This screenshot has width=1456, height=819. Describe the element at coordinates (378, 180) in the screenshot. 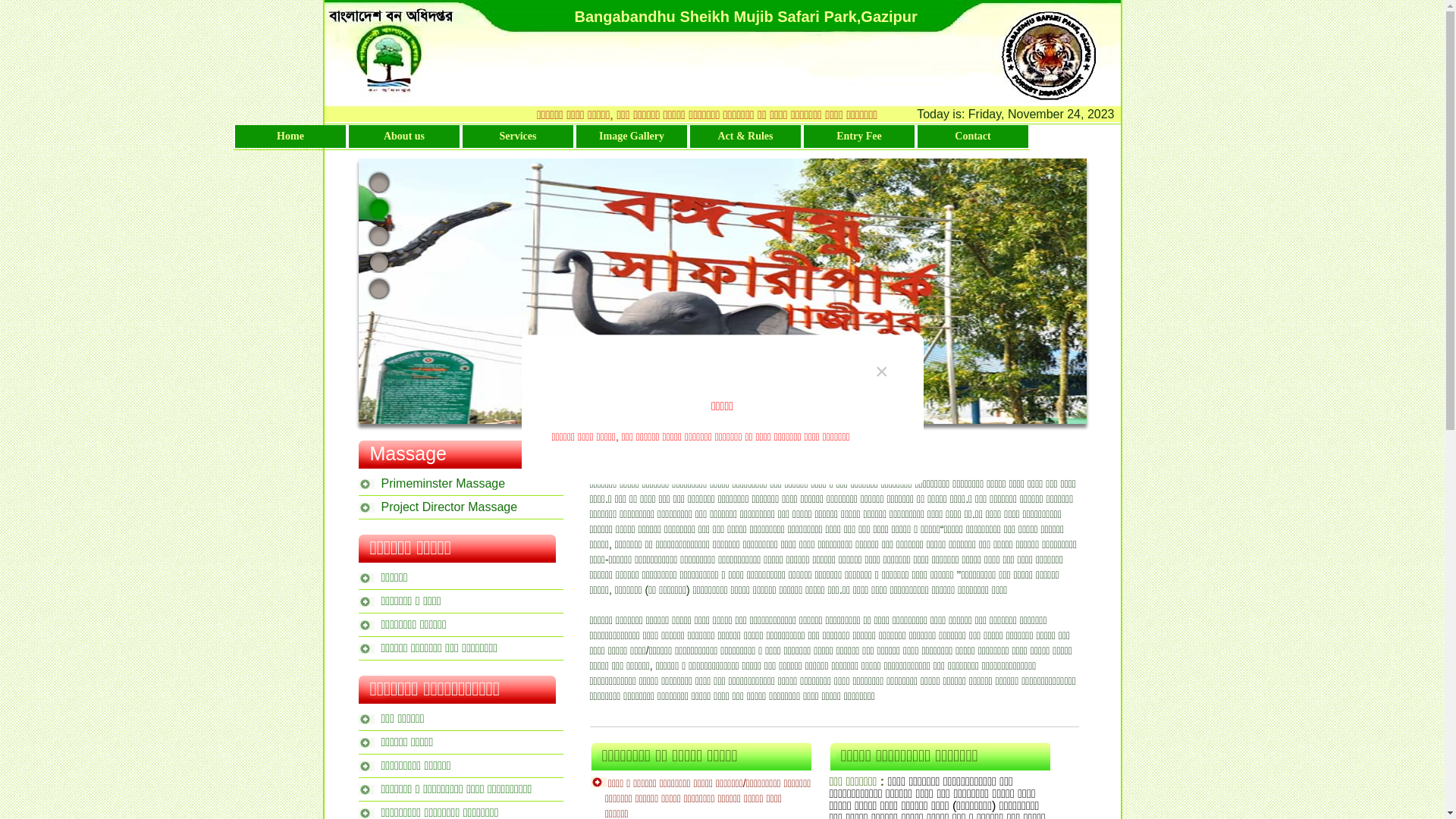

I see `'1'` at that location.